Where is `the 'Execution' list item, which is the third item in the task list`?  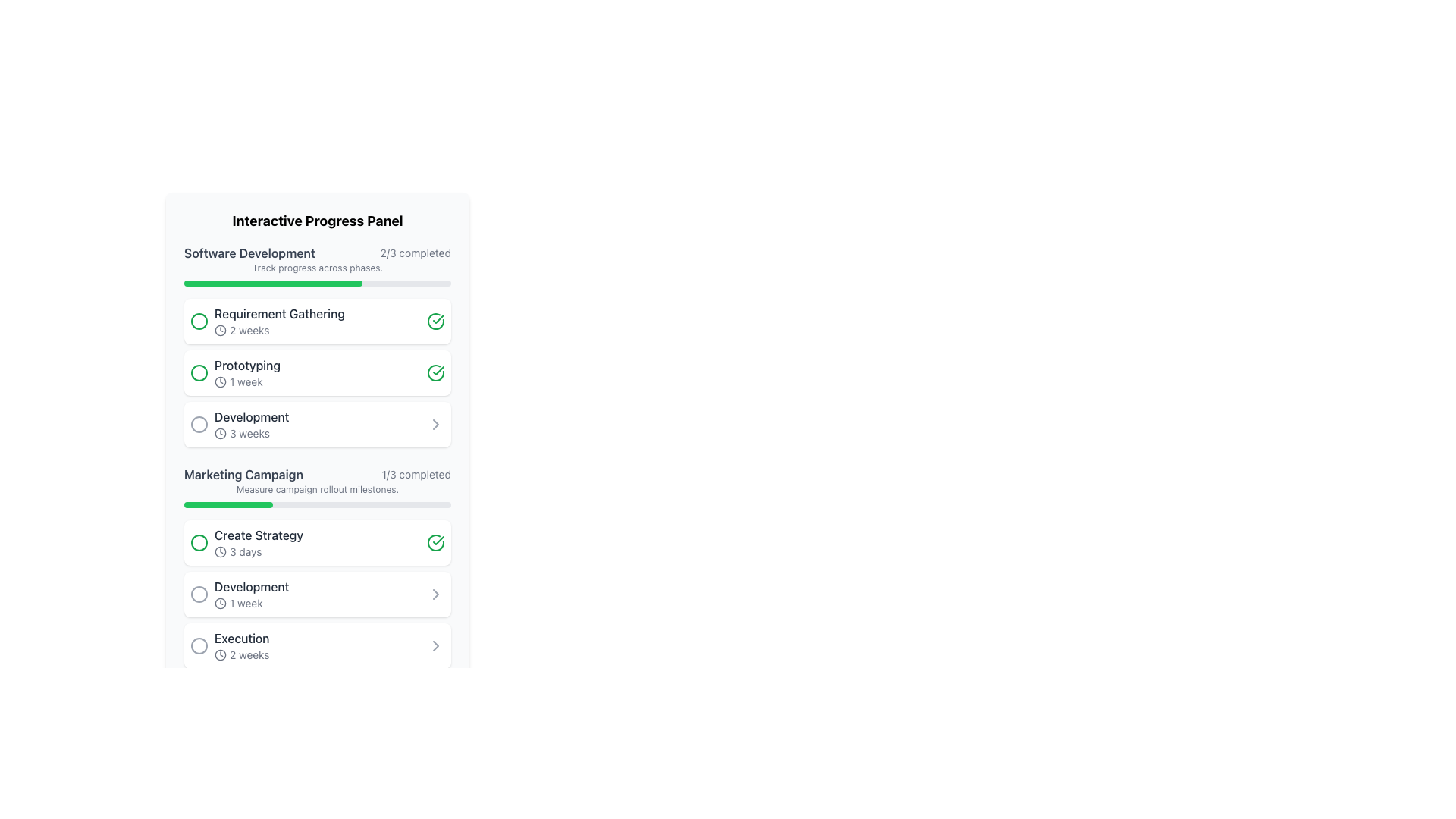 the 'Execution' list item, which is the third item in the task list is located at coordinates (316, 646).